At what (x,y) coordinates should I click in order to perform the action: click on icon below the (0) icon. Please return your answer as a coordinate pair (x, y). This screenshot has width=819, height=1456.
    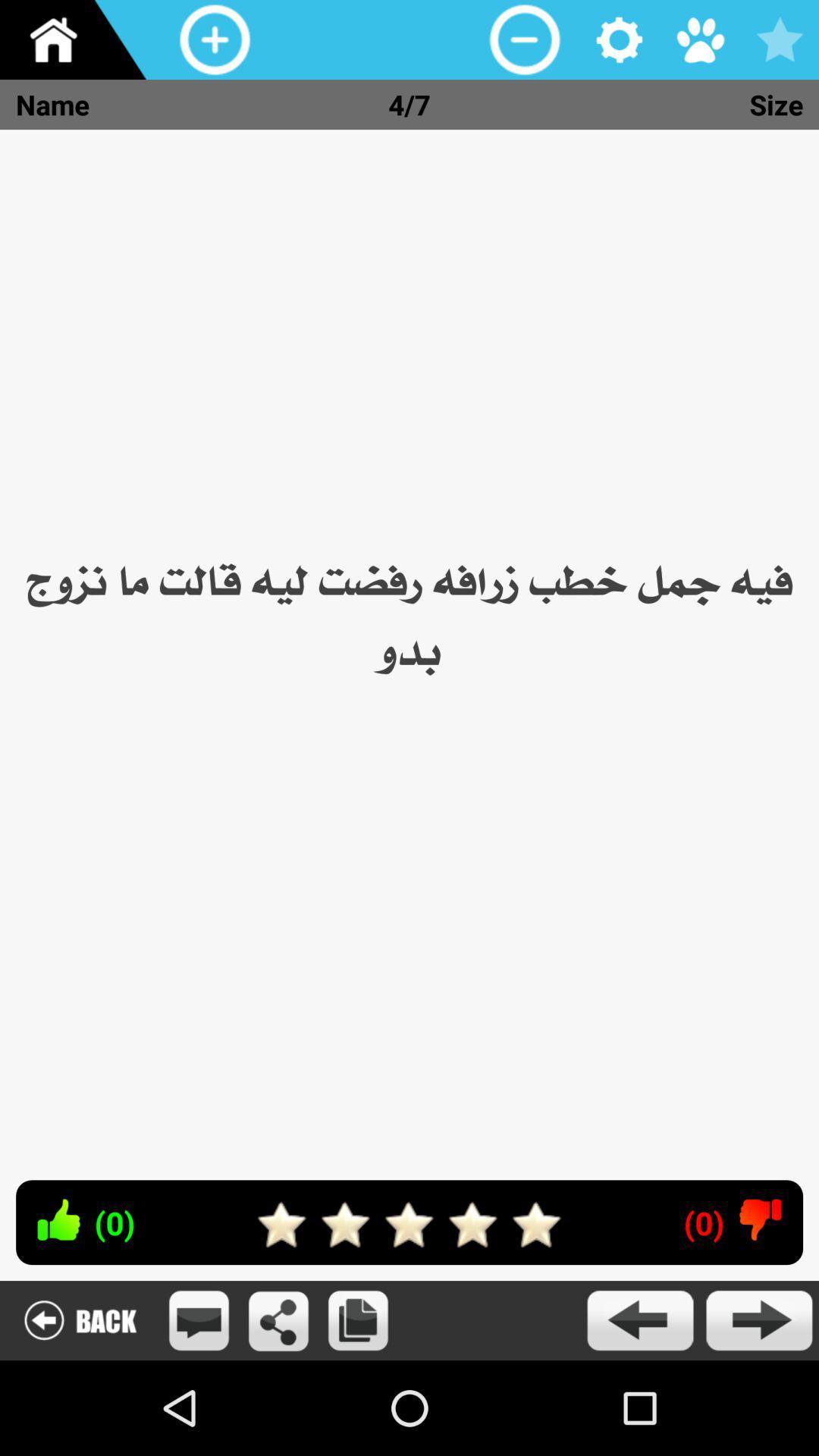
    Looking at the image, I should click on (639, 1319).